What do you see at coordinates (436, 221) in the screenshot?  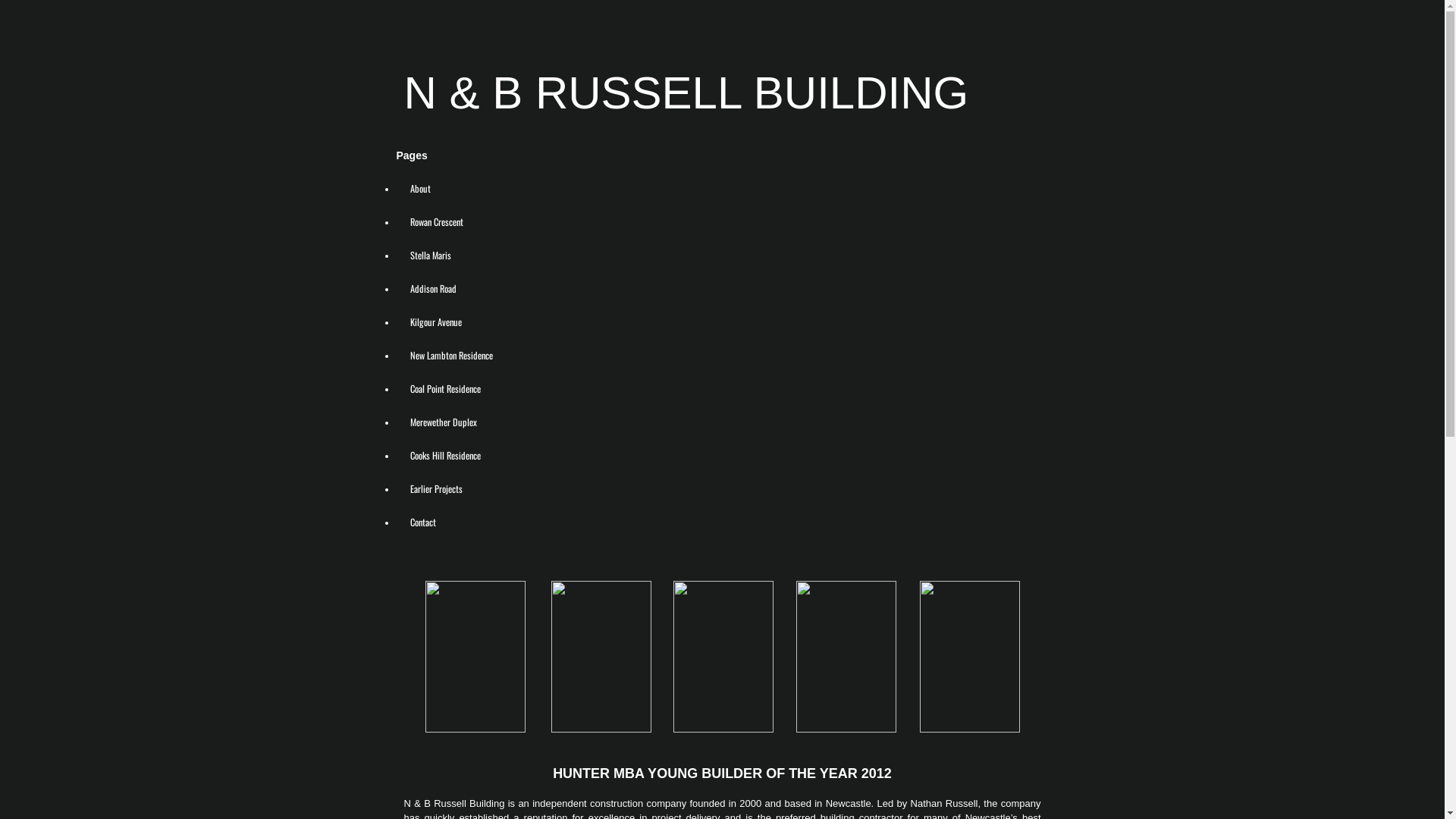 I see `'Rowan Crescent'` at bounding box center [436, 221].